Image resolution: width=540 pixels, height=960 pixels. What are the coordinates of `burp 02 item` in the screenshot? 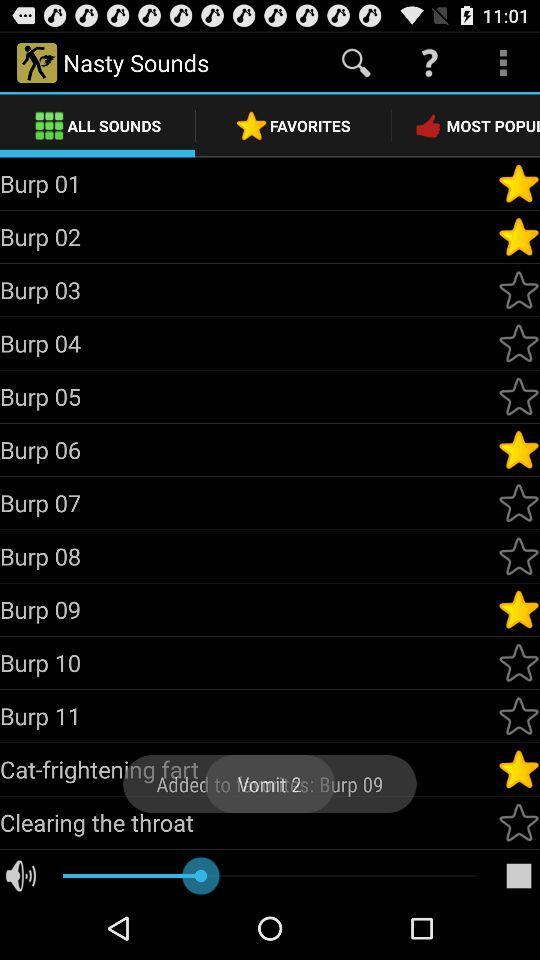 It's located at (248, 236).